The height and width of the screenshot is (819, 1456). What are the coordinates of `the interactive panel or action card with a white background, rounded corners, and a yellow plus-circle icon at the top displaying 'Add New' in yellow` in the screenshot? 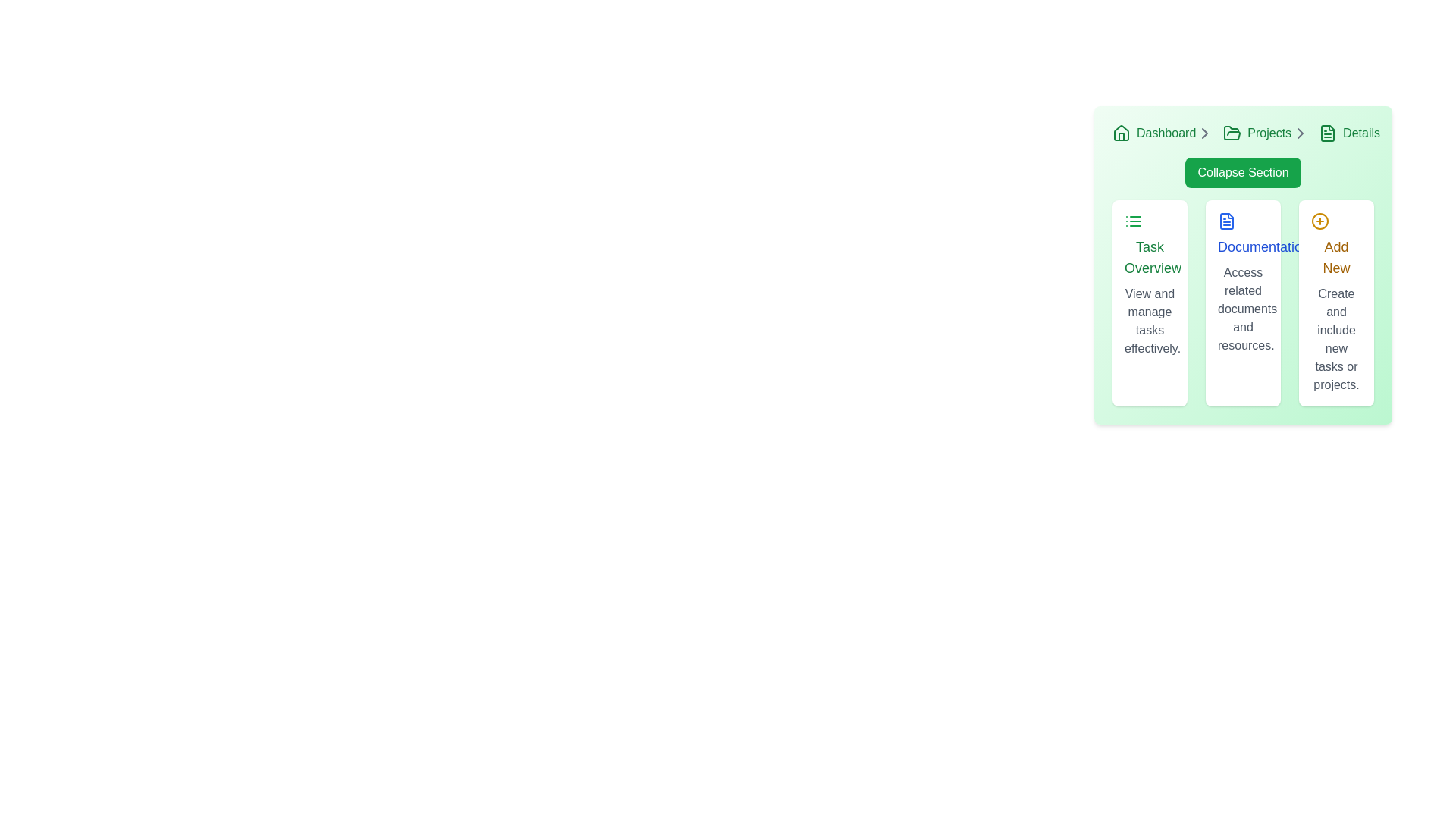 It's located at (1336, 303).